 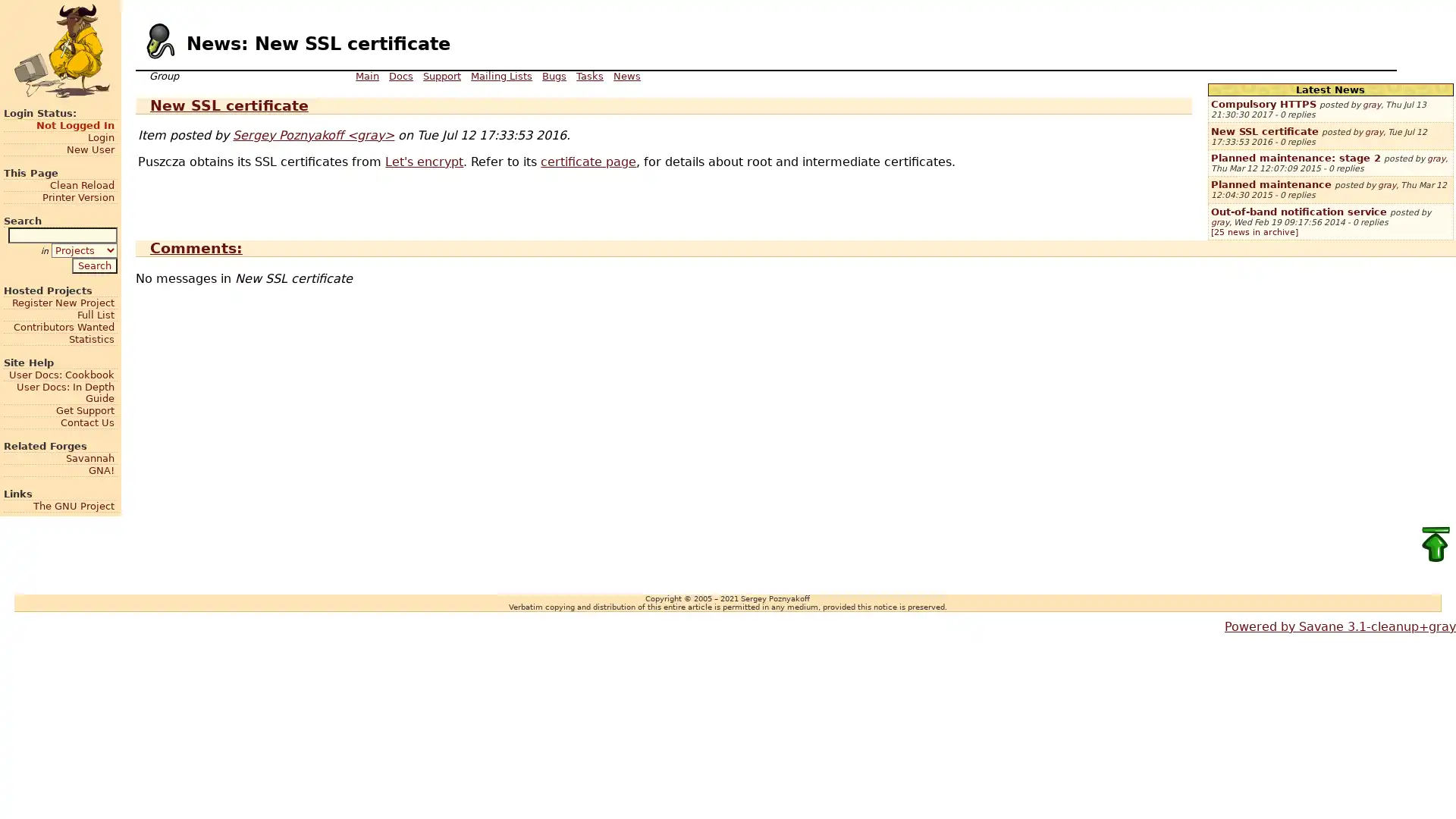 I want to click on Search, so click(x=93, y=264).